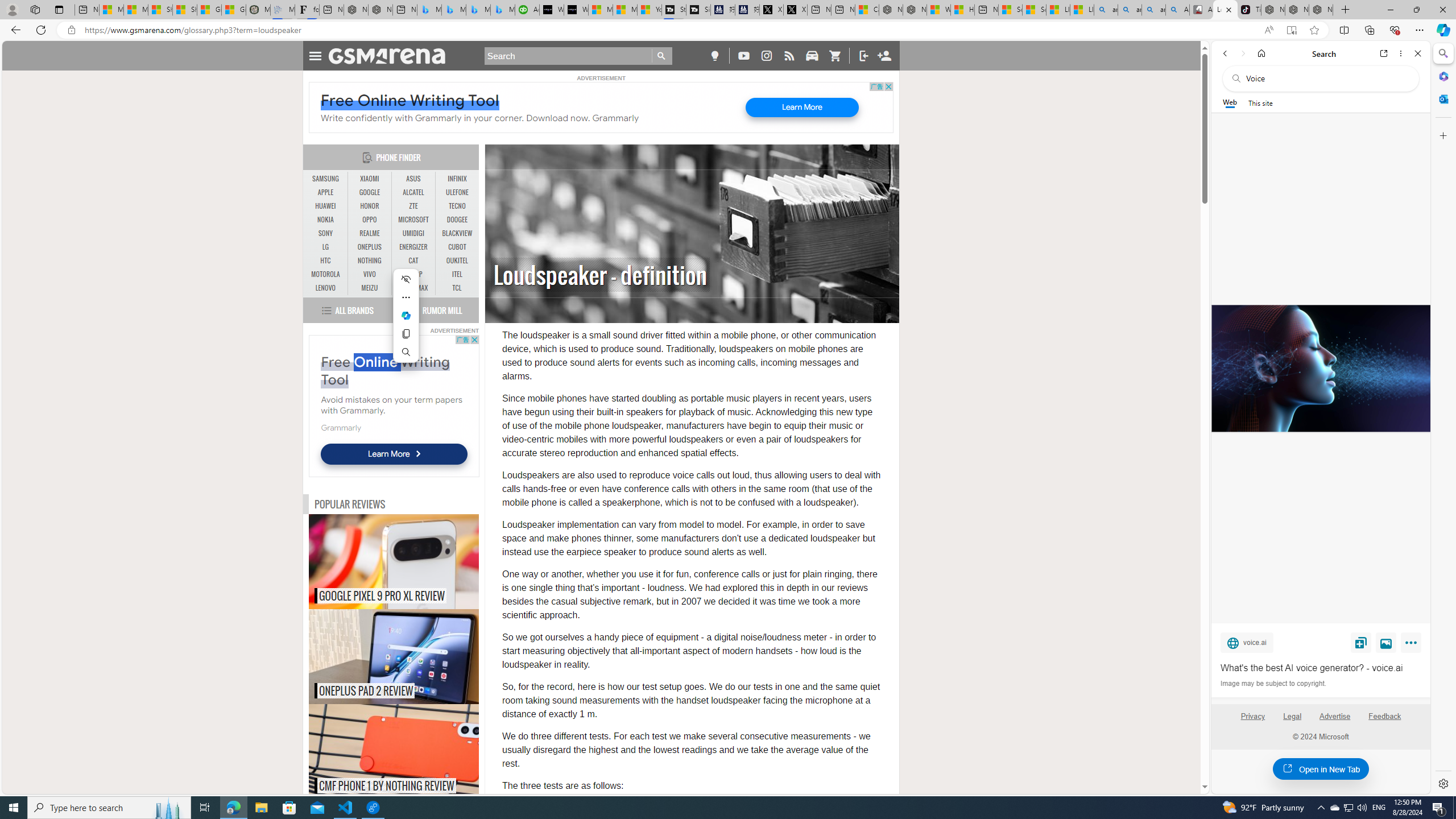 The width and height of the screenshot is (1456, 819). I want to click on 'Outlook', so click(1442, 98).